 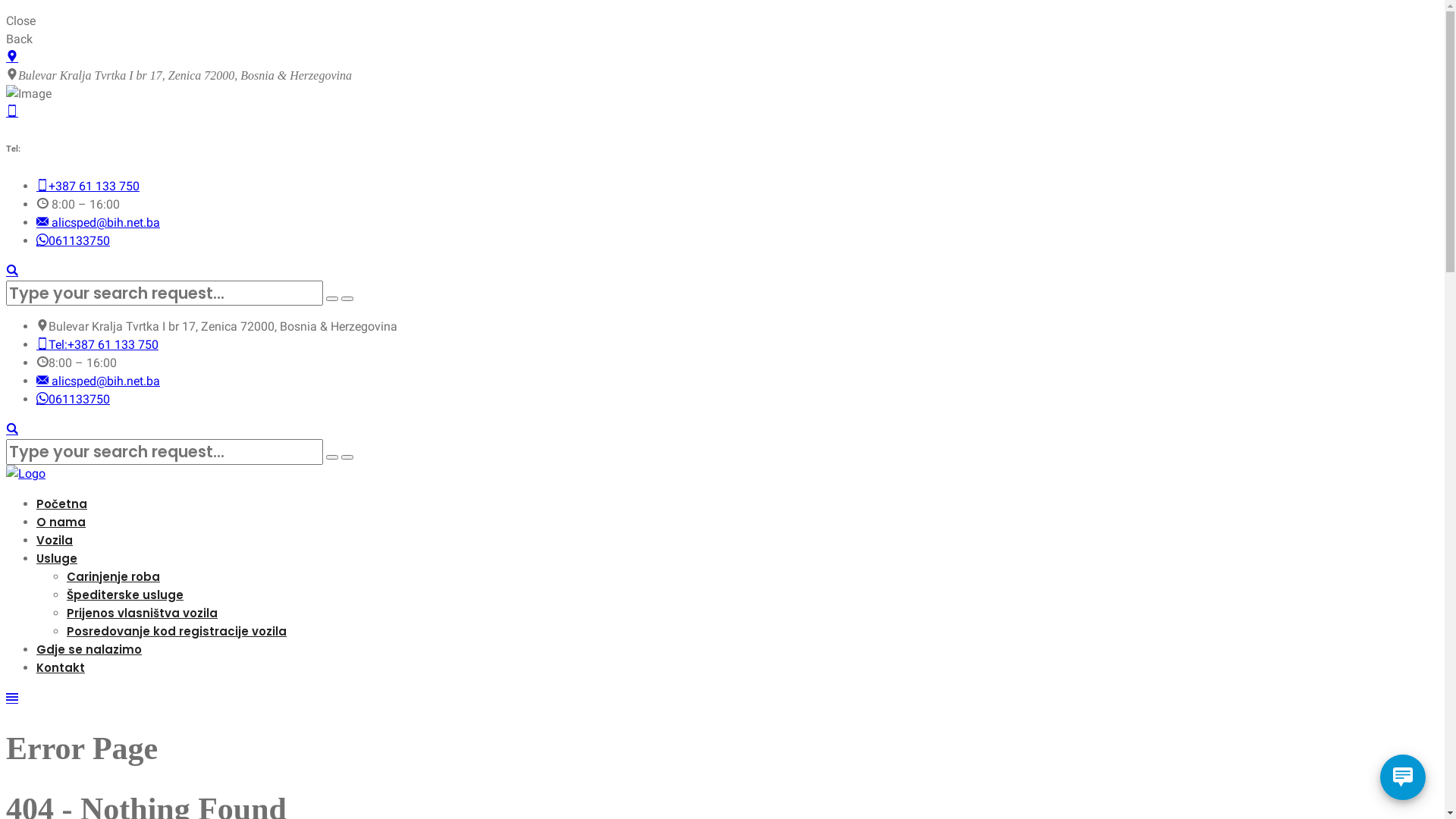 I want to click on '+387 61 133 750', so click(x=86, y=185).